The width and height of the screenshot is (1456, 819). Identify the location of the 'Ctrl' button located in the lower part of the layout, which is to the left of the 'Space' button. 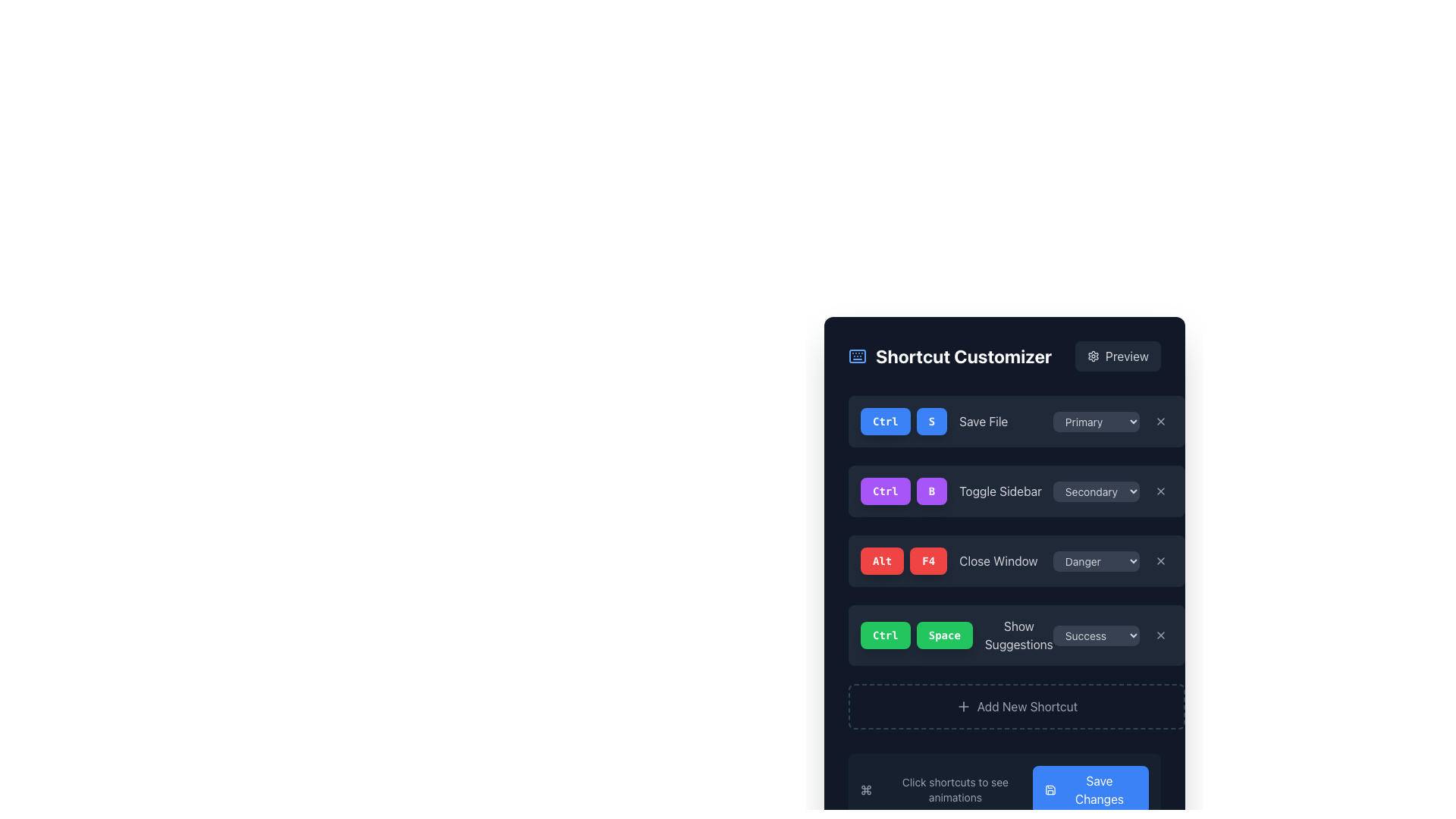
(885, 635).